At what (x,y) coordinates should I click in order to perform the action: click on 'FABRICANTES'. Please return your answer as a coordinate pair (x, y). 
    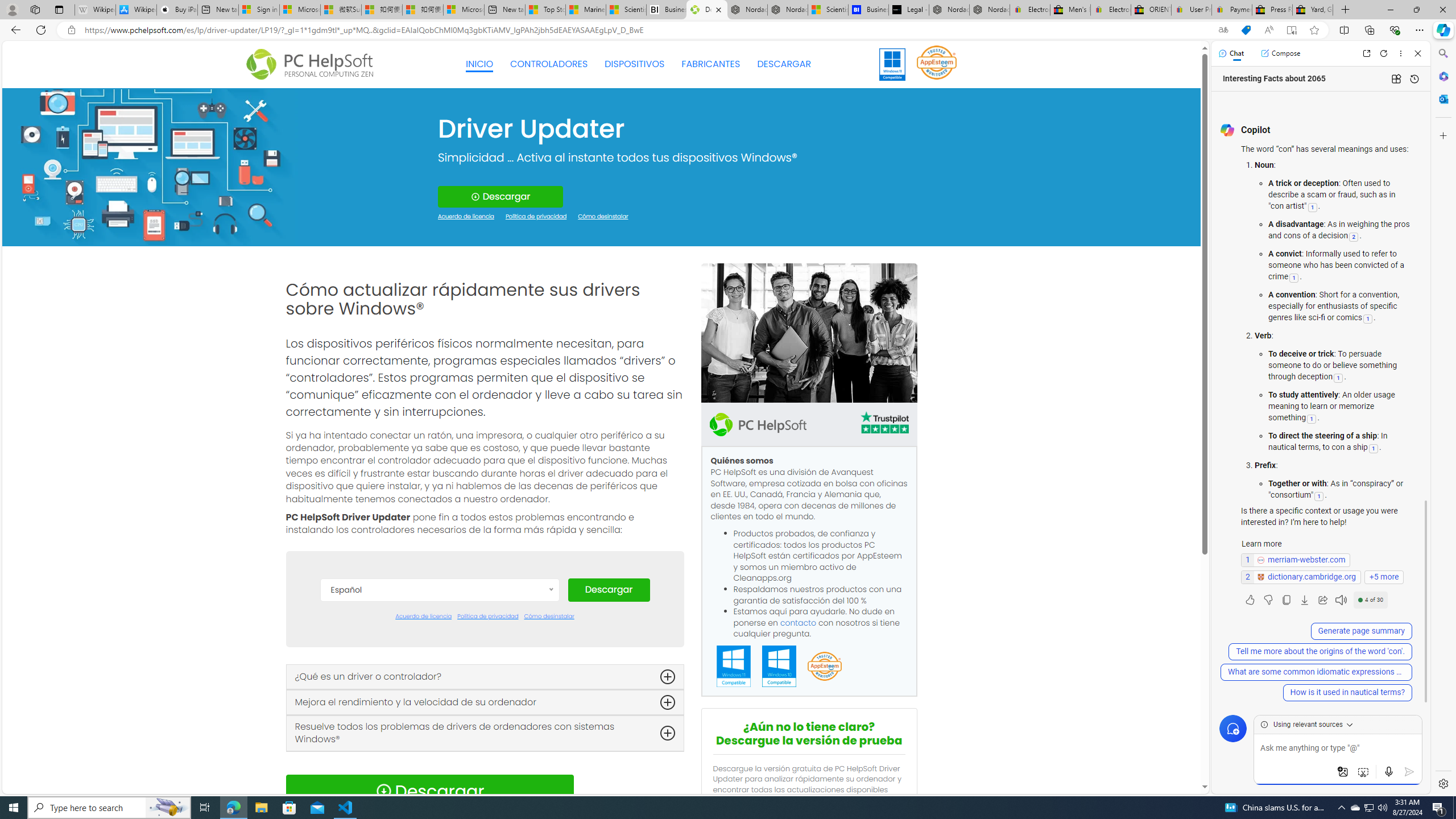
    Looking at the image, I should click on (711, 64).